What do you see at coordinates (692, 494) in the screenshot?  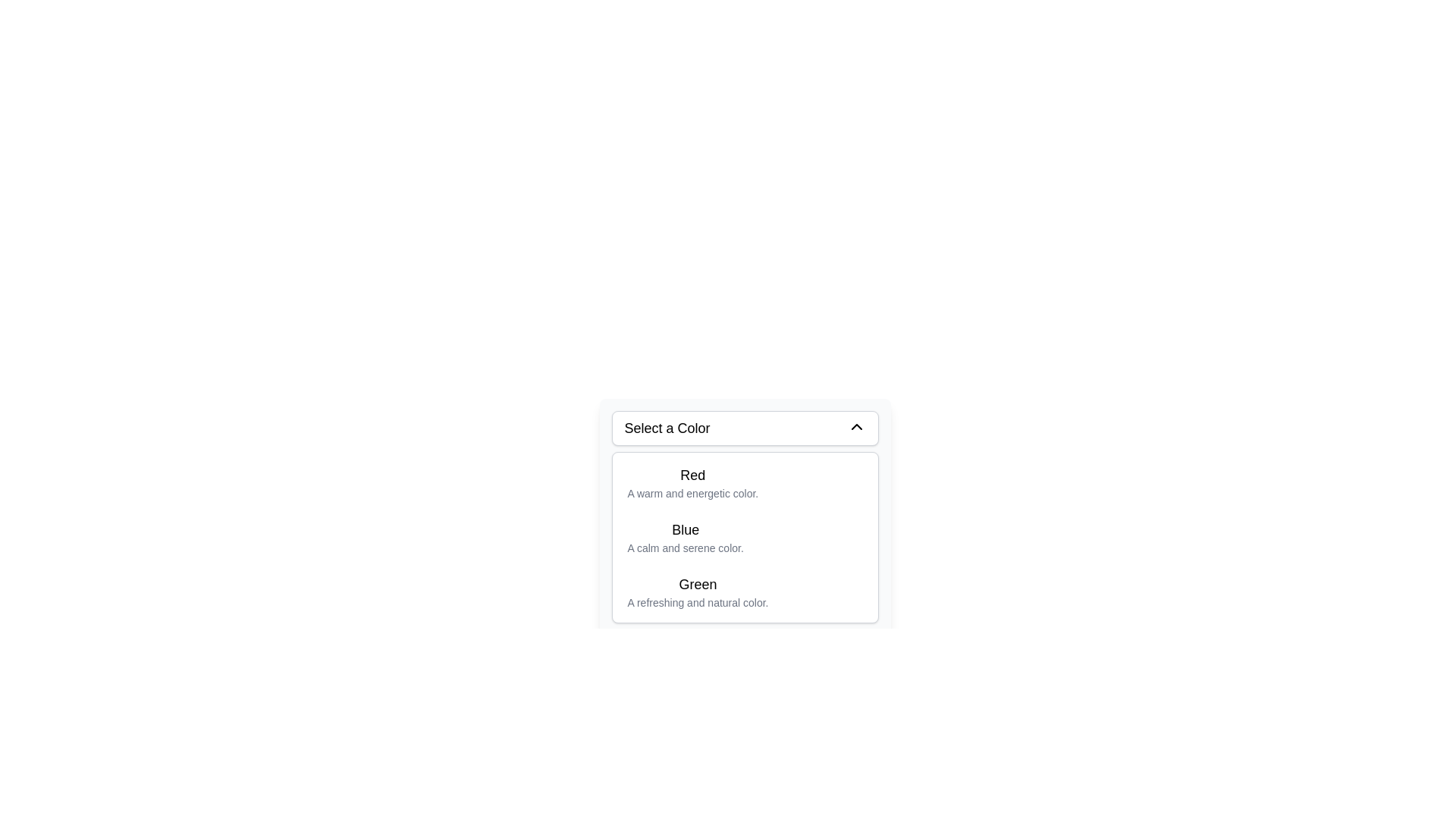 I see `the descriptive subtitle text 'A warm and energetic color.' which is located below the 'Red' label in the dropdown list` at bounding box center [692, 494].